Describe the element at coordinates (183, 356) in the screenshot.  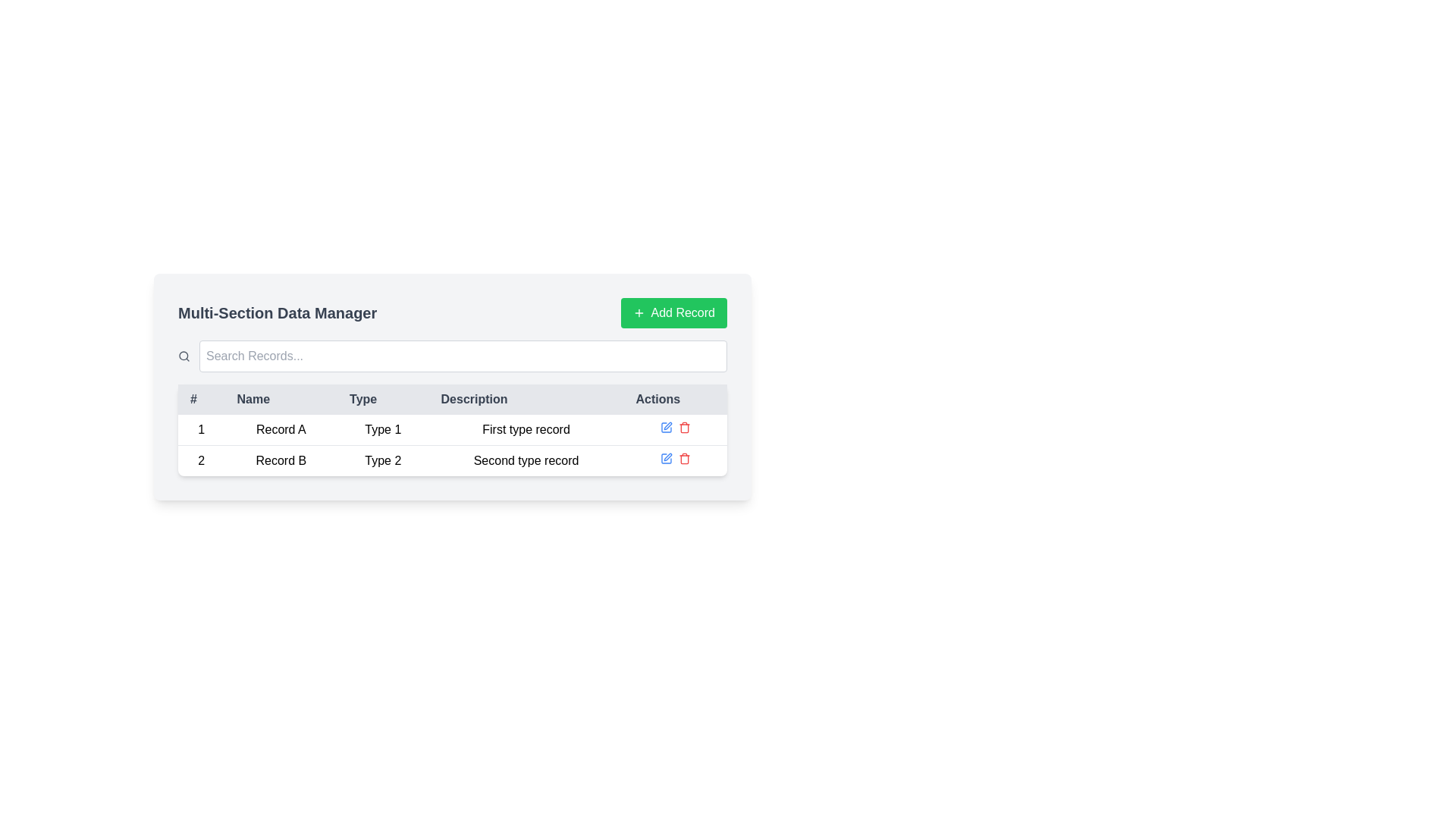
I see `the non-interactive visual circle component of the magnifying glass icon located near the top left corner of the 'Search Records' input field` at that location.